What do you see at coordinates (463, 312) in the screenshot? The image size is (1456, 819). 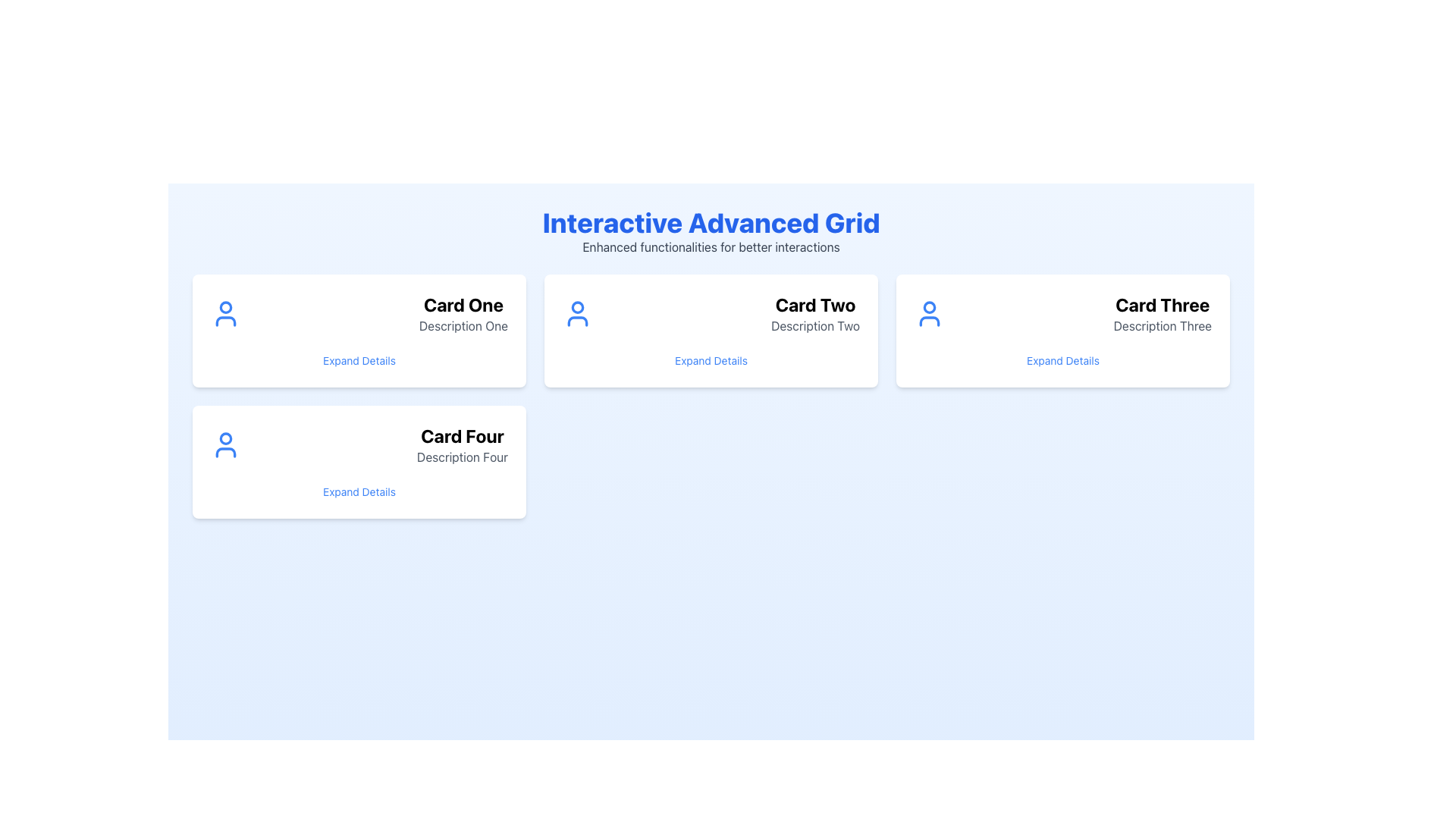 I see `text block containing 'Card One' and 'Description One' located in the top-left card of the grid layout` at bounding box center [463, 312].